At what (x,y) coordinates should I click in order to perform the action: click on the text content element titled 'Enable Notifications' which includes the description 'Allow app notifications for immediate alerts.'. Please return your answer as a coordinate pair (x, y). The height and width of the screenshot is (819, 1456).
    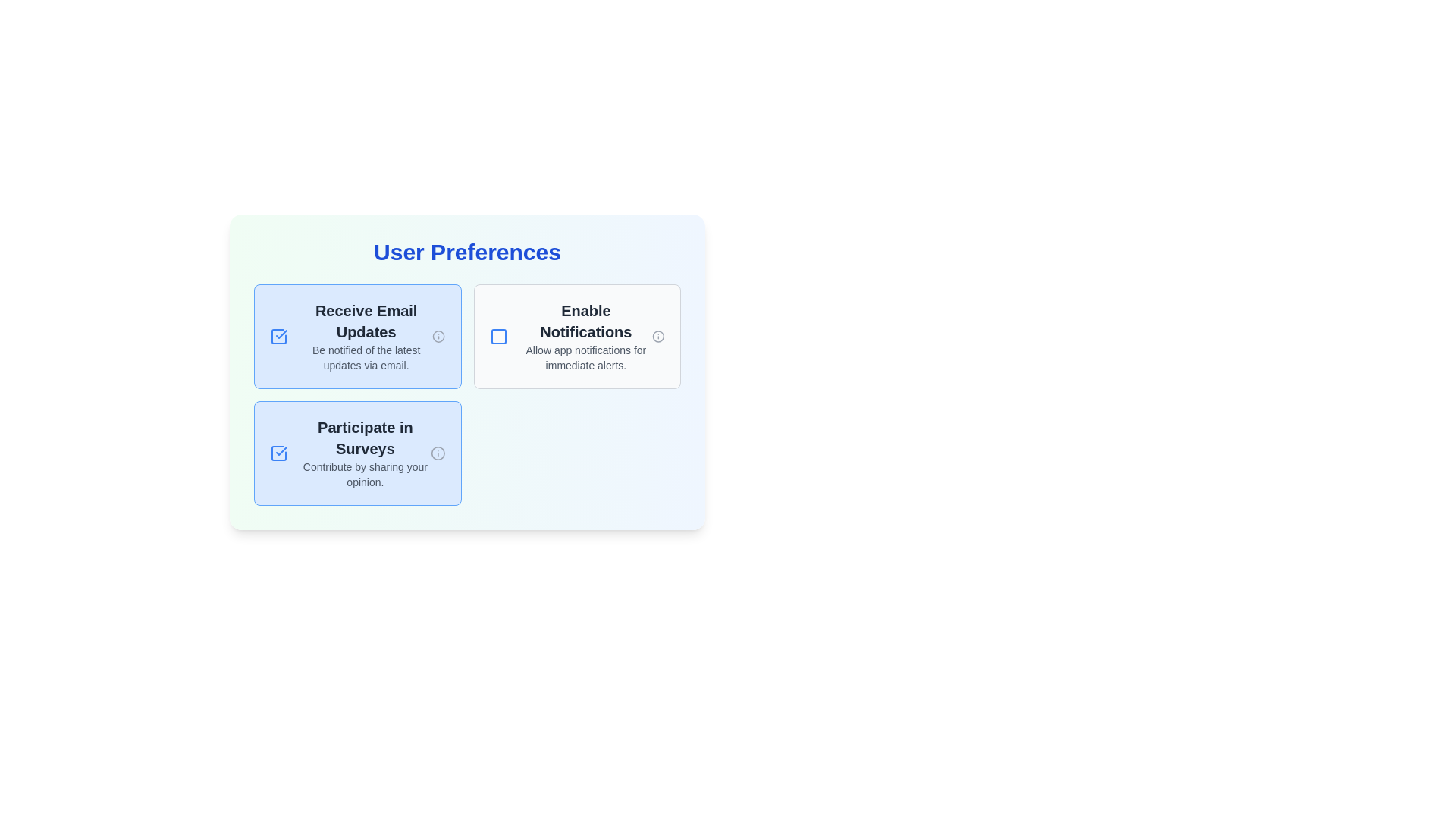
    Looking at the image, I should click on (585, 335).